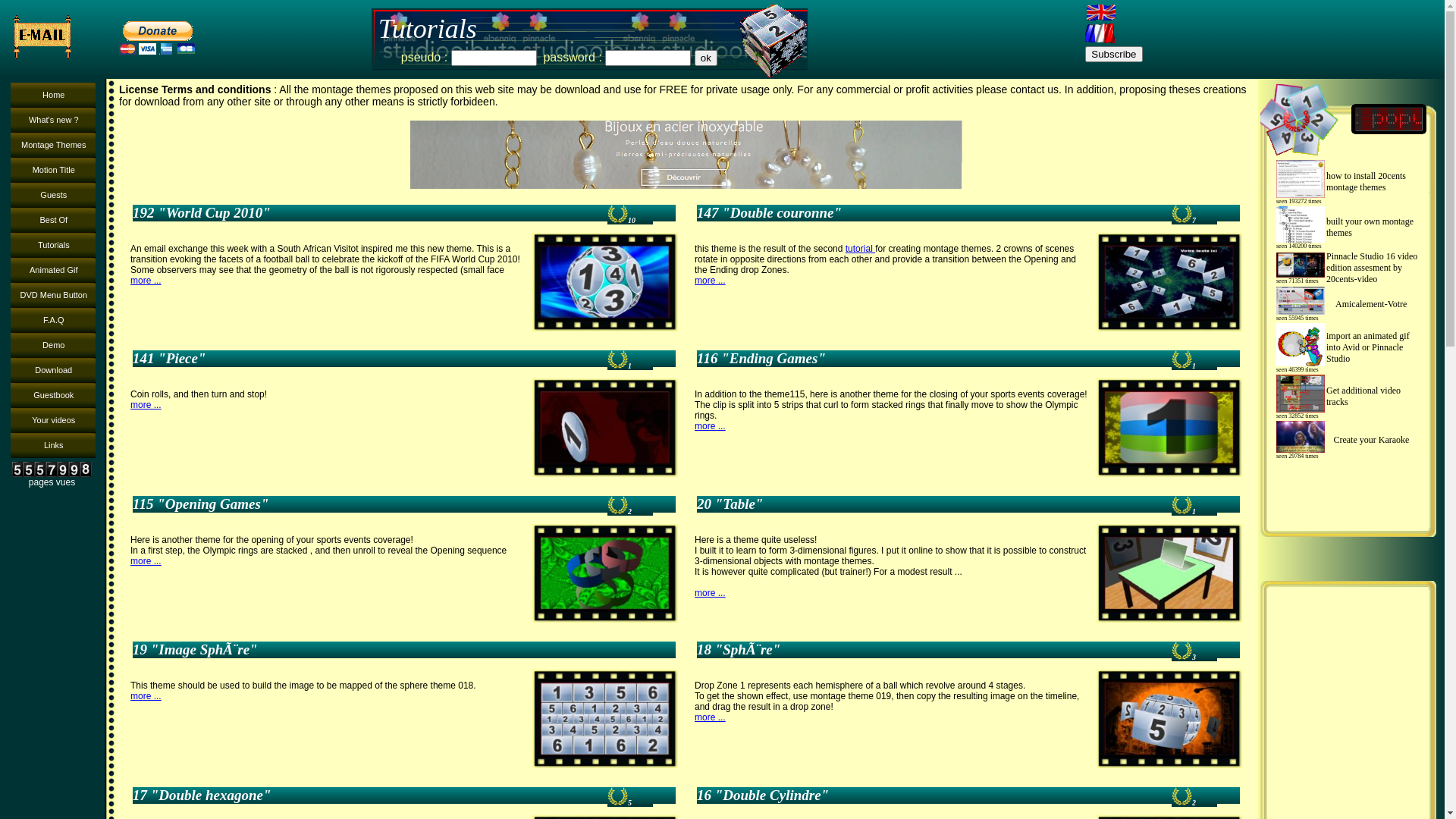  What do you see at coordinates (47, 36) in the screenshot?
I see `'email to 20cents-video'` at bounding box center [47, 36].